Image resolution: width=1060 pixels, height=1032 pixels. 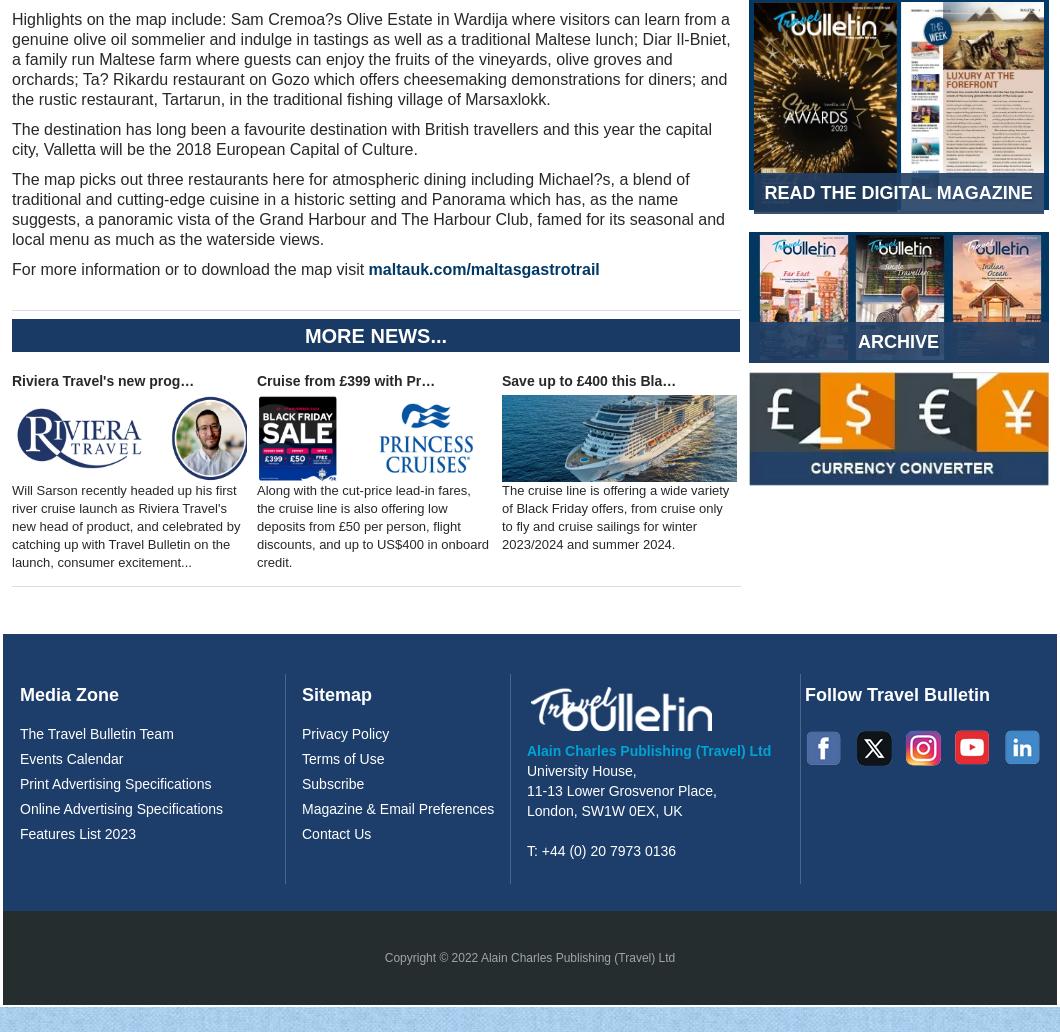 I want to click on 'Sitemap', so click(x=336, y=693).